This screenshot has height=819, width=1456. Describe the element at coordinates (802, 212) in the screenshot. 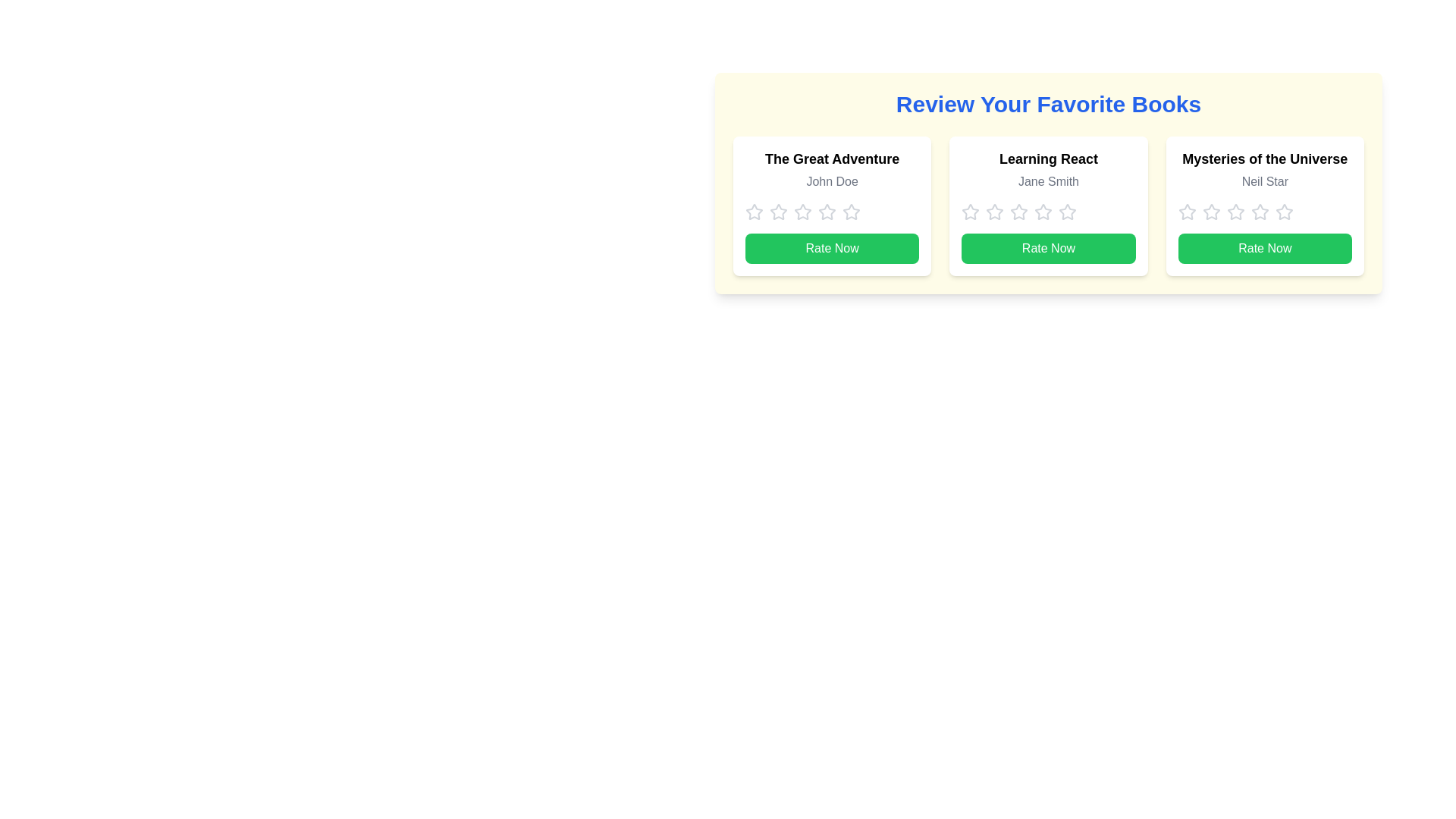

I see `the fourth star icon in the rating system for 'The Great Adventure' by John Doe to rate it 4 stars` at that location.